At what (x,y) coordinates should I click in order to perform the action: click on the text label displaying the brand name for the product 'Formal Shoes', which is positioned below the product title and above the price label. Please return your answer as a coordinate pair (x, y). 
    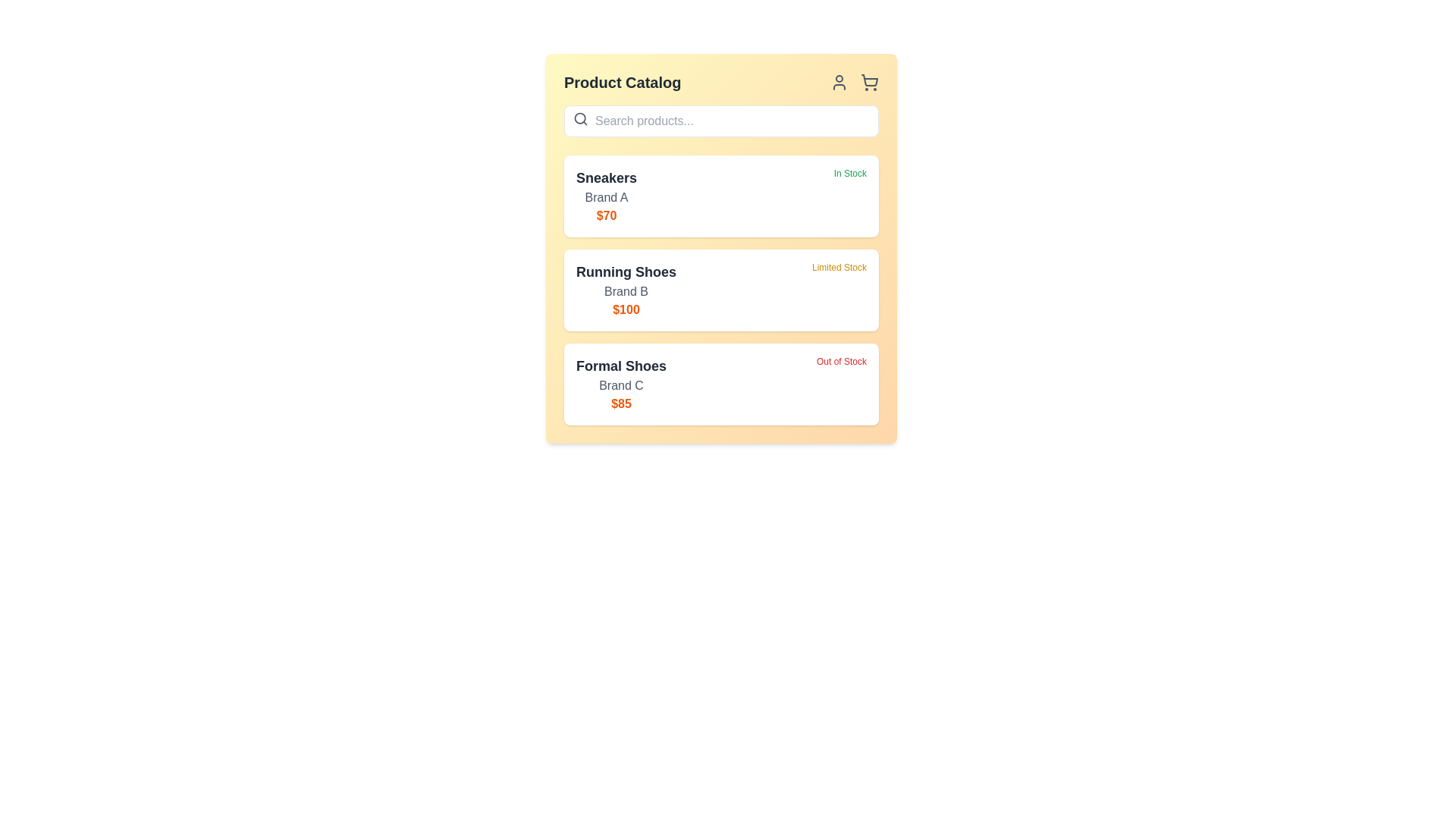
    Looking at the image, I should click on (621, 385).